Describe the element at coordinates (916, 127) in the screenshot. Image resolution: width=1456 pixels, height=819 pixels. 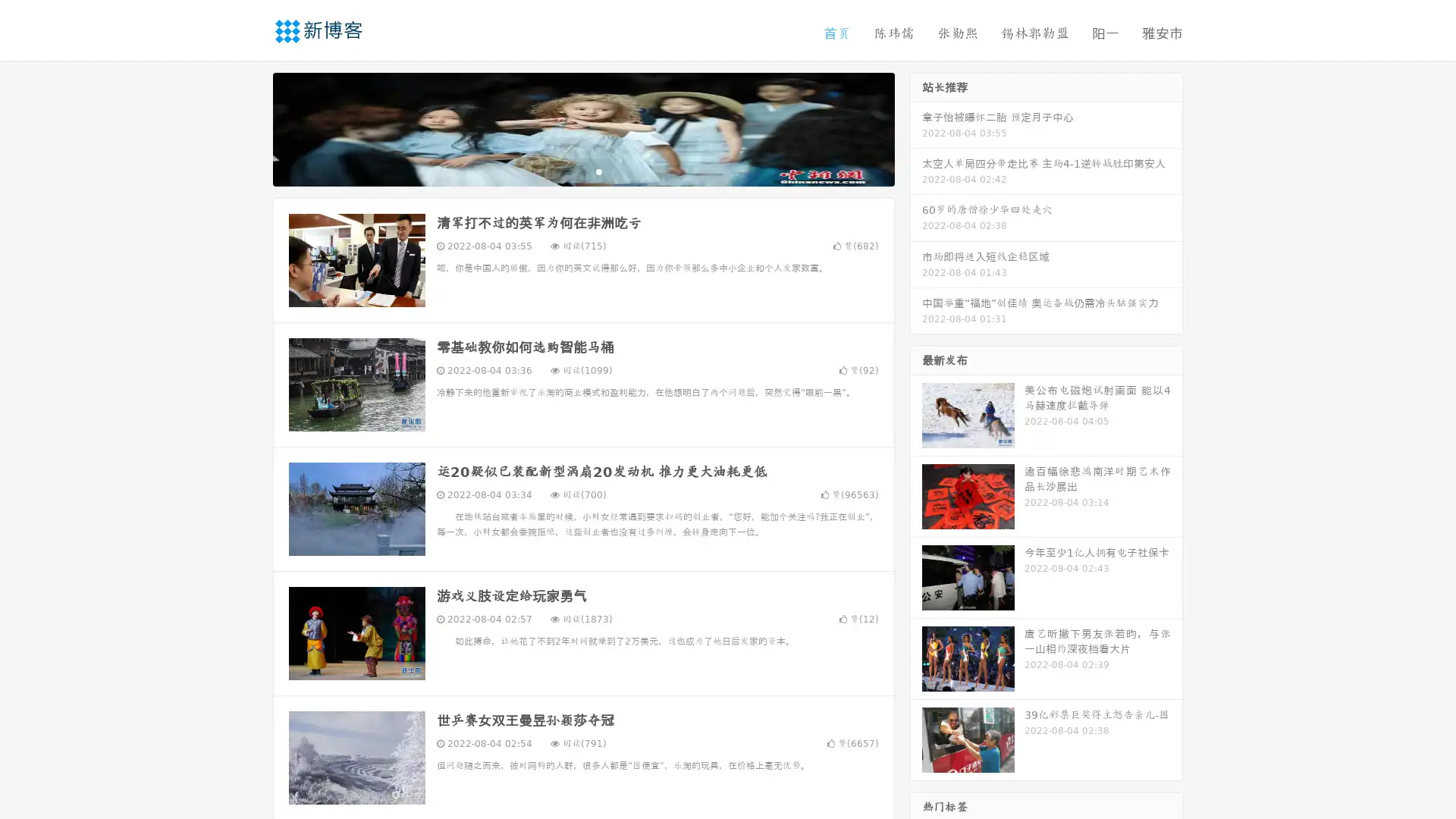
I see `Next slide` at that location.